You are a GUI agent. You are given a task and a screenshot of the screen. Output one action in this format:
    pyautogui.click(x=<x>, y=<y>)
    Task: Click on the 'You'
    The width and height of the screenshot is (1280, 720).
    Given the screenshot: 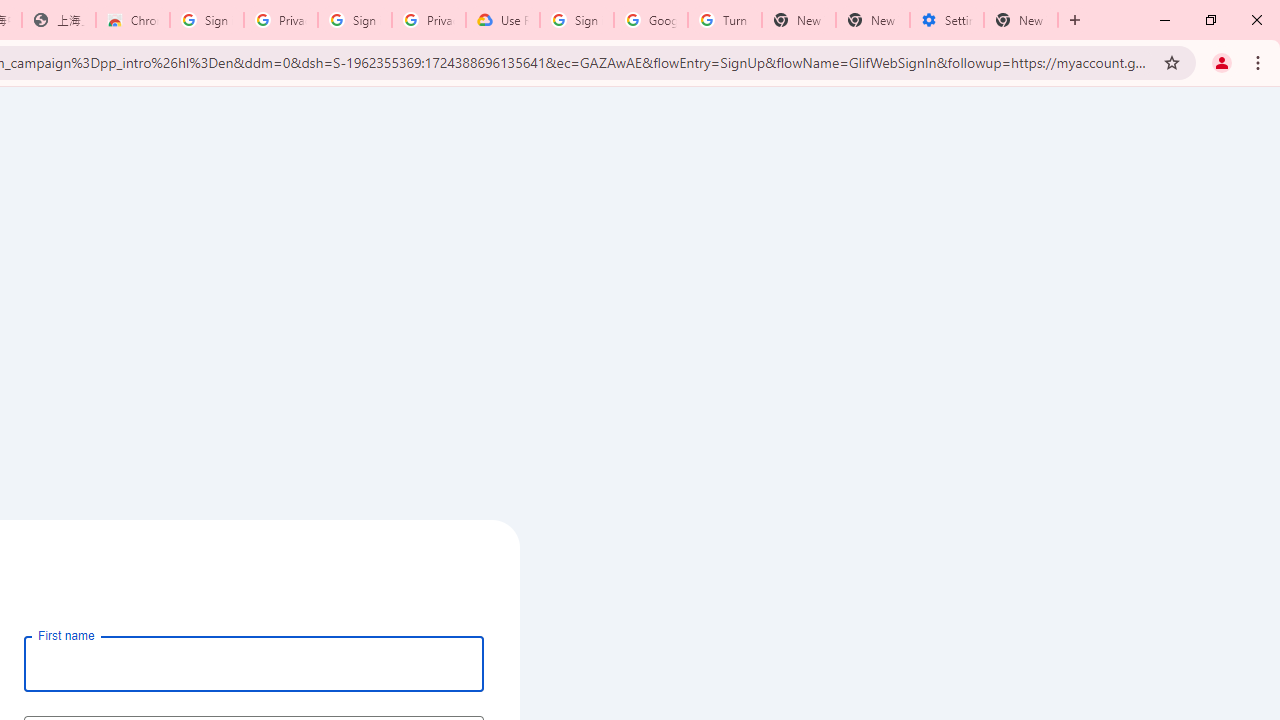 What is the action you would take?
    pyautogui.click(x=1220, y=61)
    